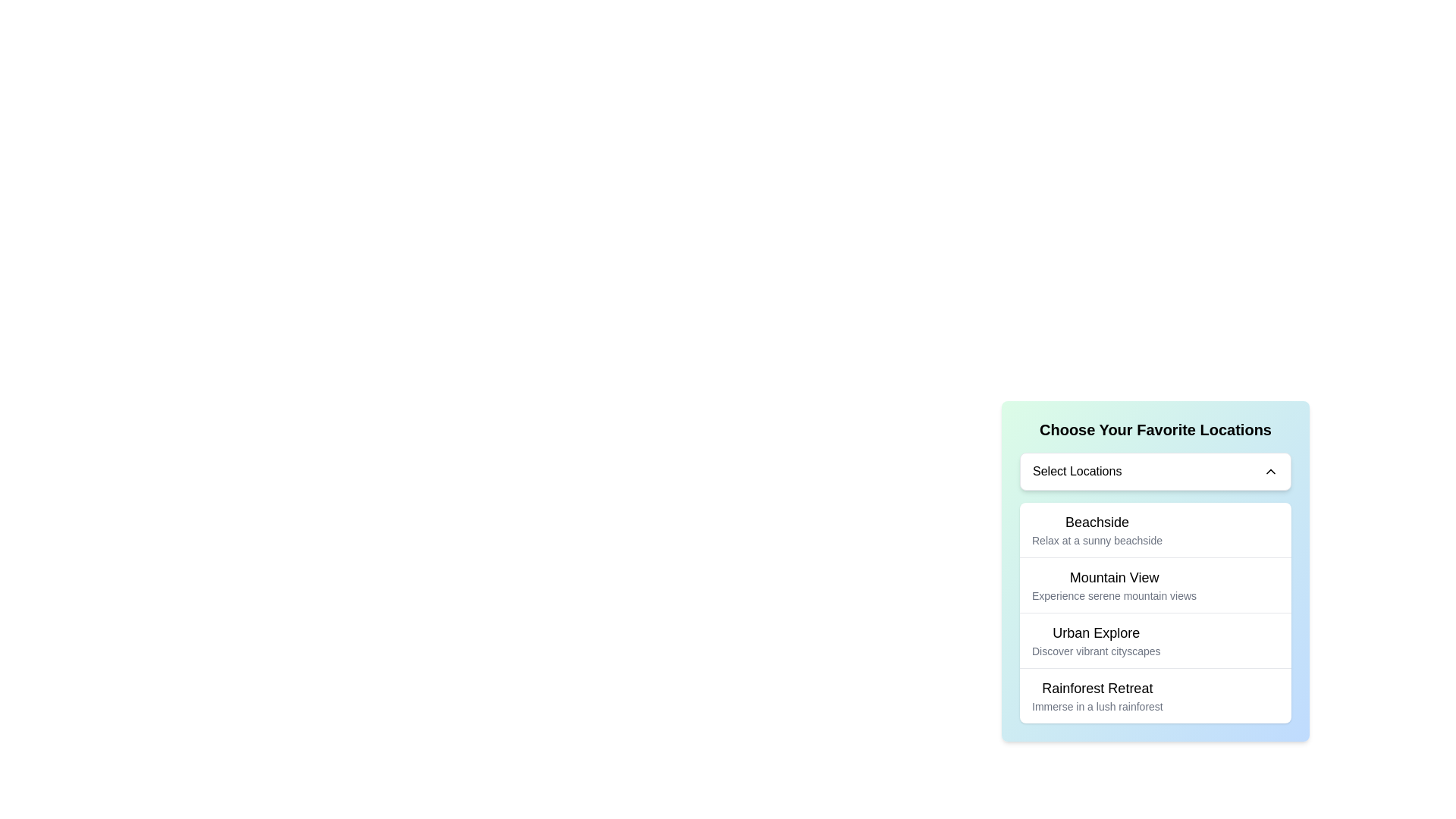 Image resolution: width=1456 pixels, height=819 pixels. Describe the element at coordinates (1096, 632) in the screenshot. I see `the text label displaying 'Urban Explore', which is prominently styled and located in the third option block under 'Choose Your Favorite Locations'` at that location.